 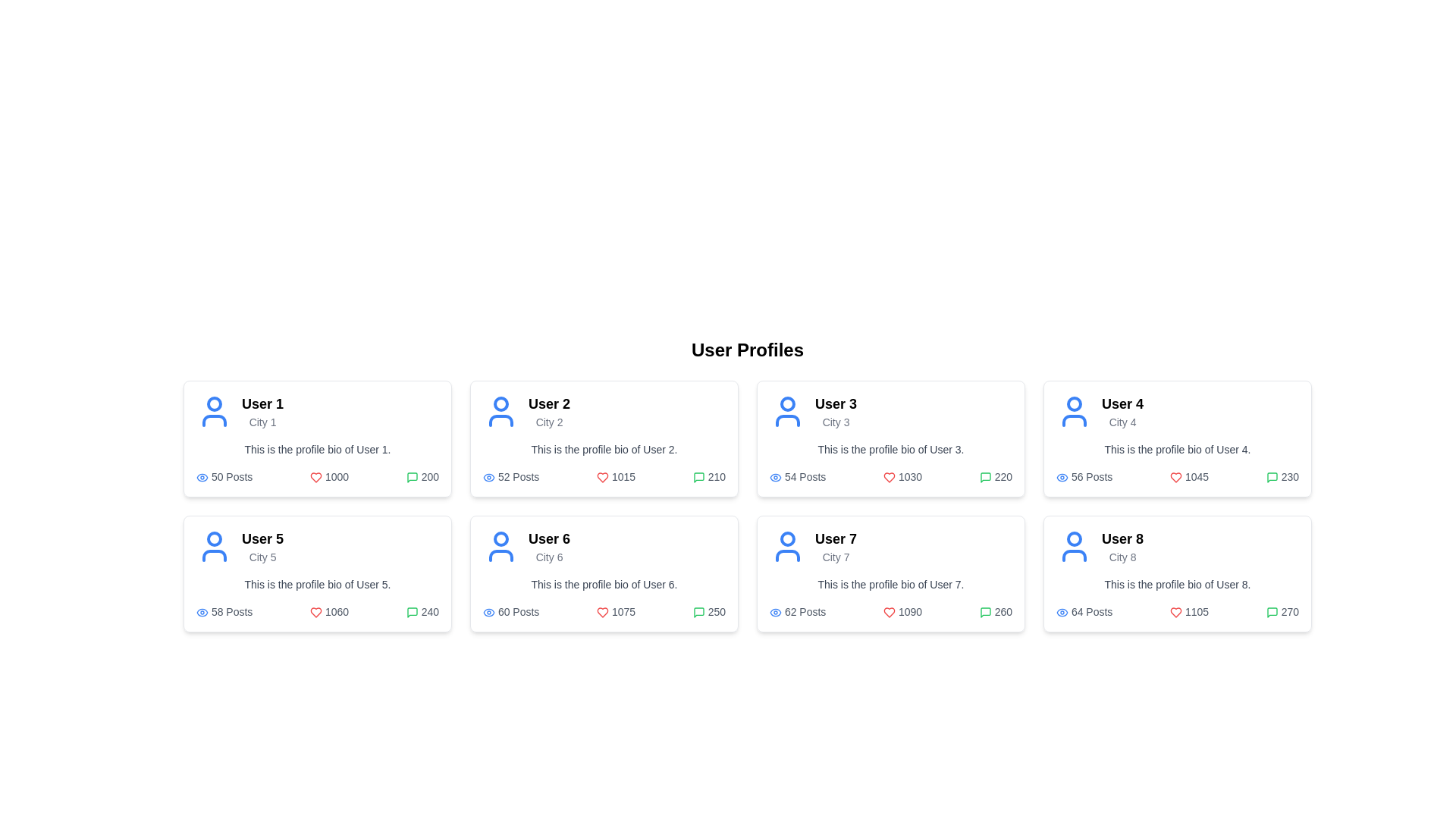 I want to click on the label indicating the city associated with 'User 4', located in the top-right profile card under the title 'User 4', so click(x=1122, y=422).